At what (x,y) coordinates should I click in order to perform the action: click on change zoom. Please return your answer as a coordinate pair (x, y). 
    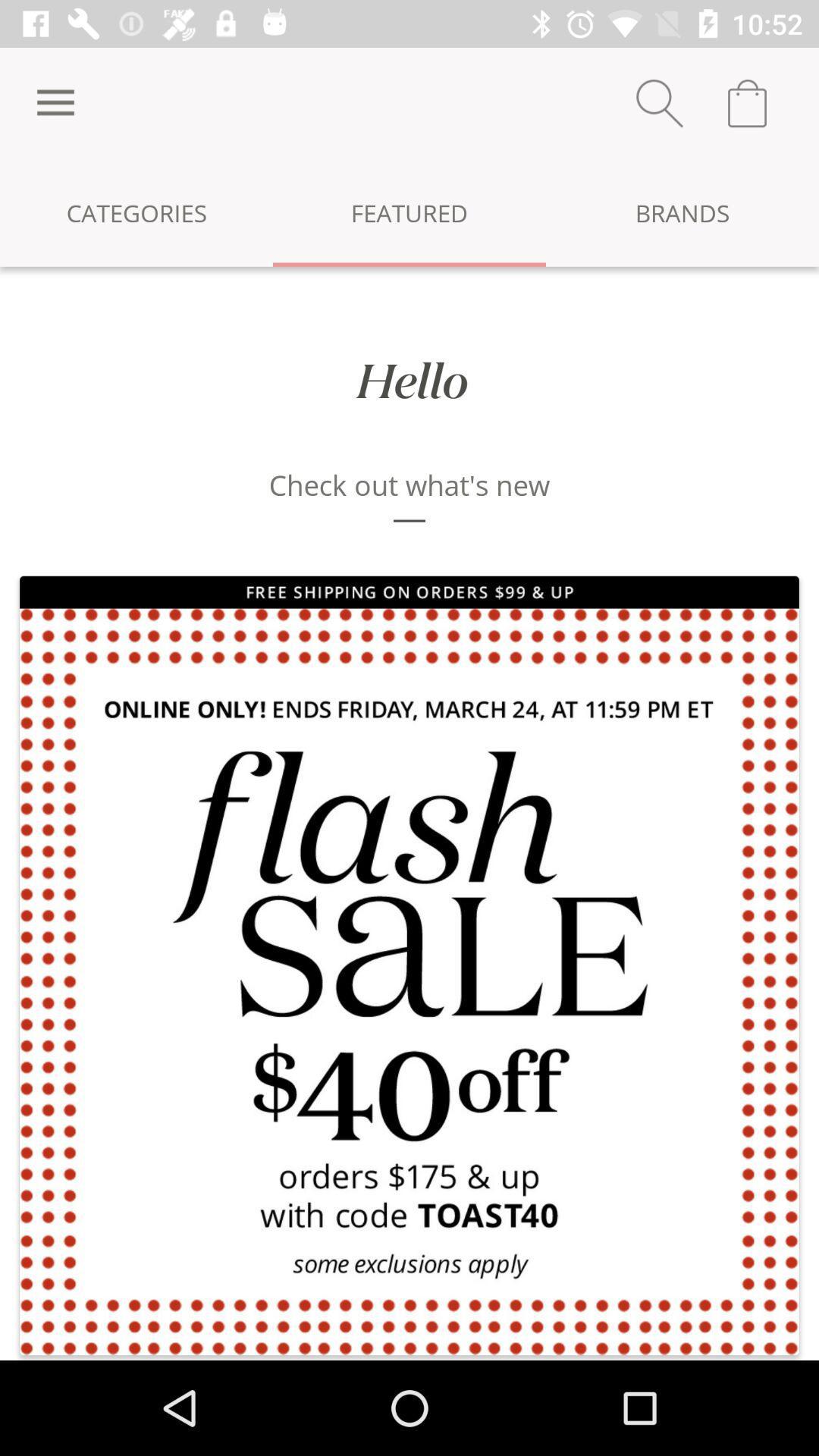
    Looking at the image, I should click on (659, 102).